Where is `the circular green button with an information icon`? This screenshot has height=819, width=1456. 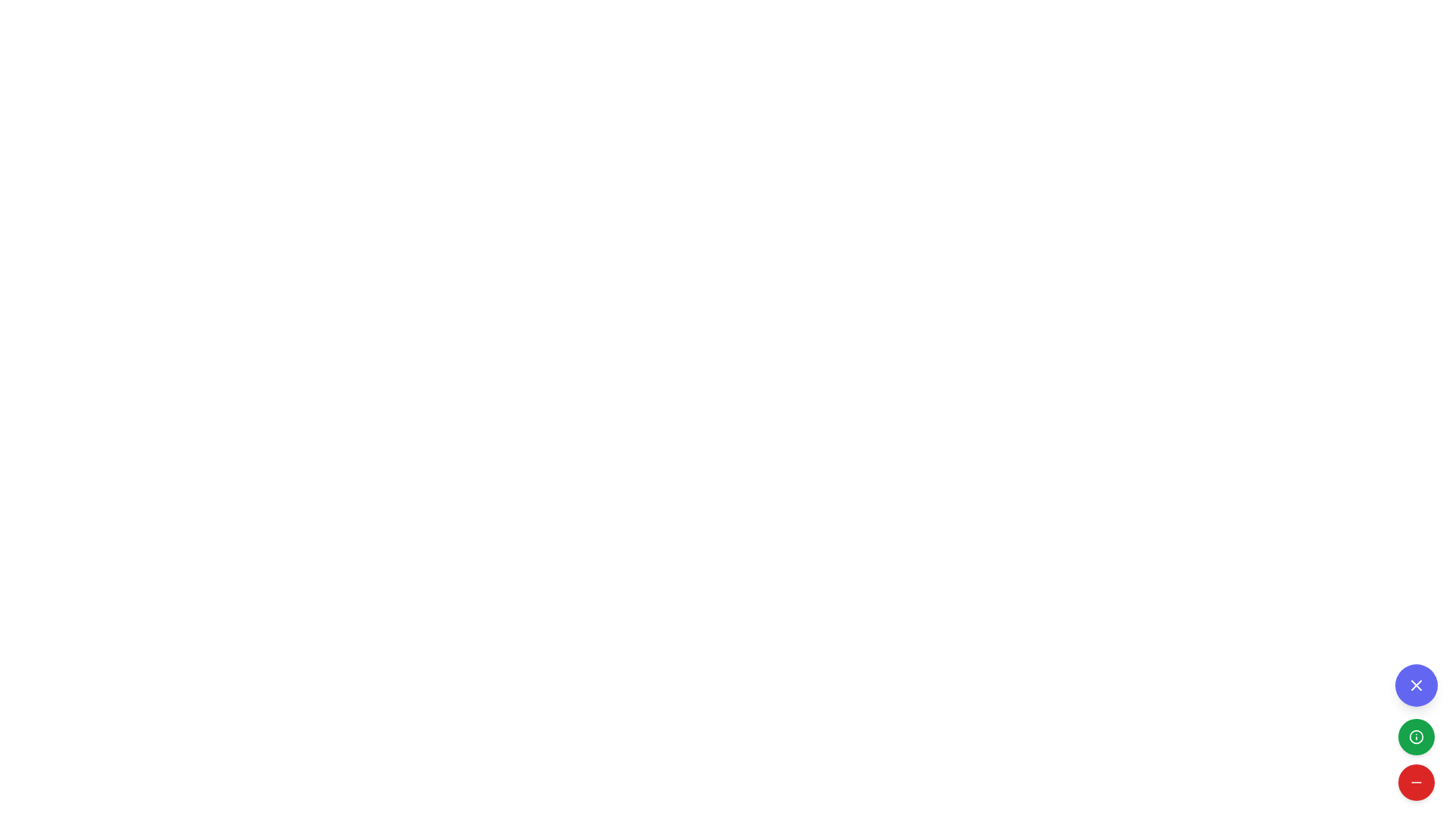 the circular green button with an information icon is located at coordinates (1415, 736).